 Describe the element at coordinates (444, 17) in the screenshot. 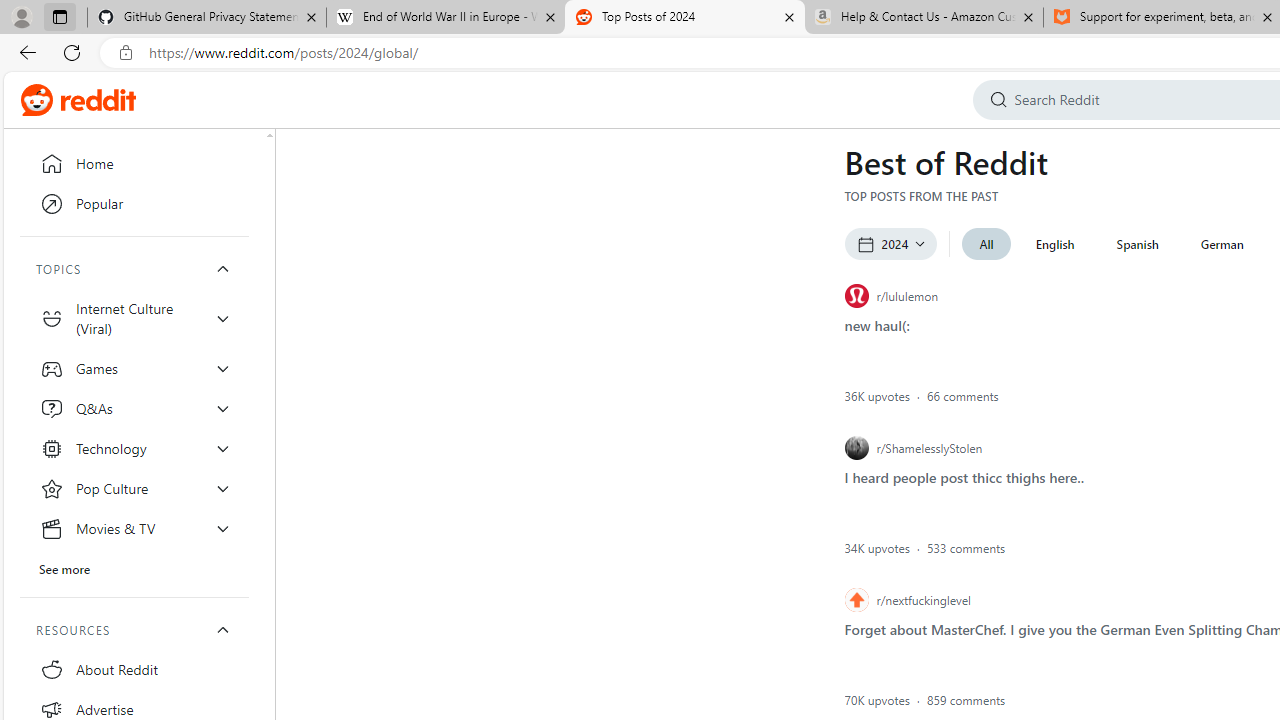

I see `'End of World War II in Europe - Wikipedia'` at that location.